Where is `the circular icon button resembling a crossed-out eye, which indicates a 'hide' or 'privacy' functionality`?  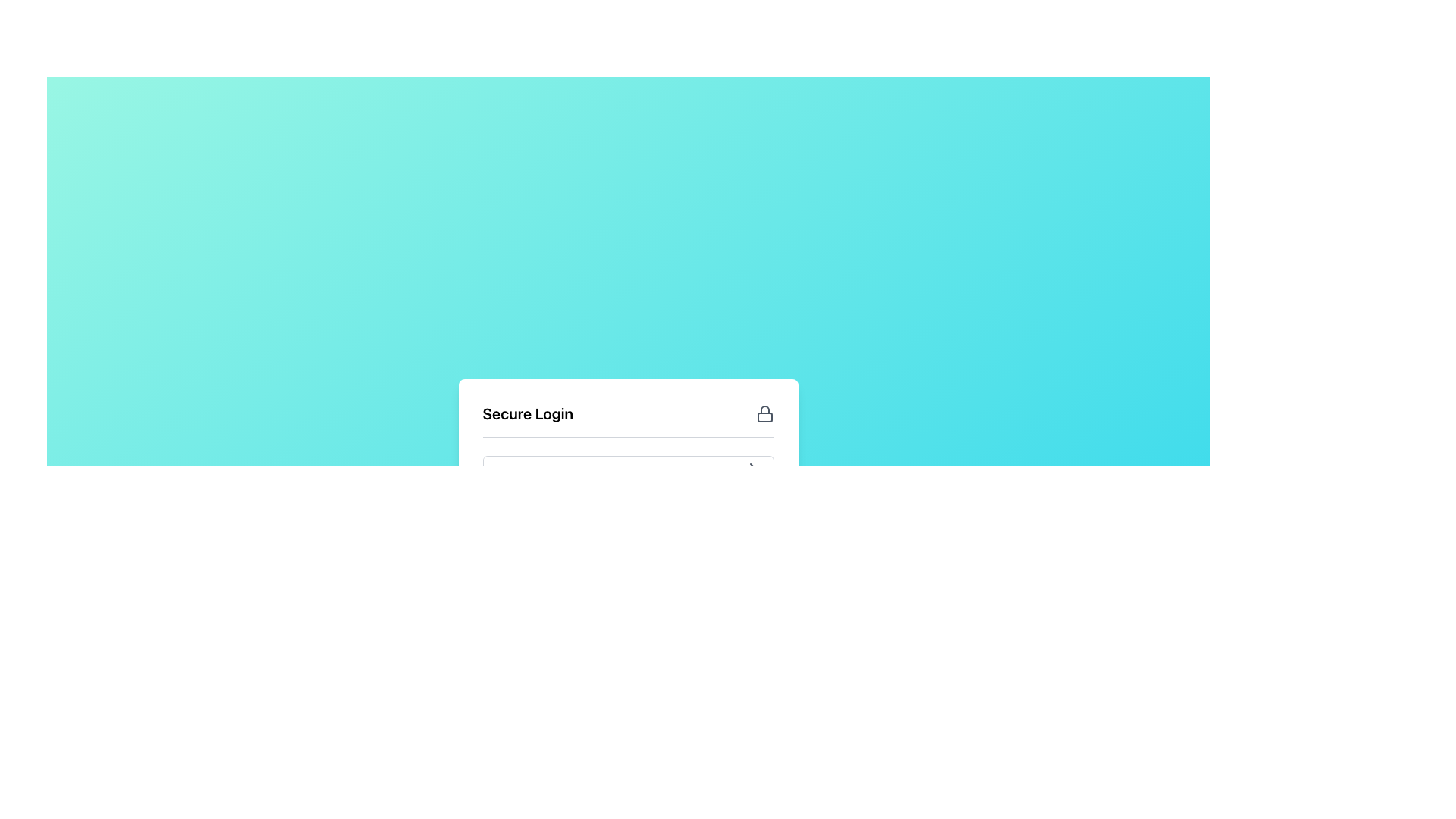
the circular icon button resembling a crossed-out eye, which indicates a 'hide' or 'privacy' functionality is located at coordinates (758, 470).